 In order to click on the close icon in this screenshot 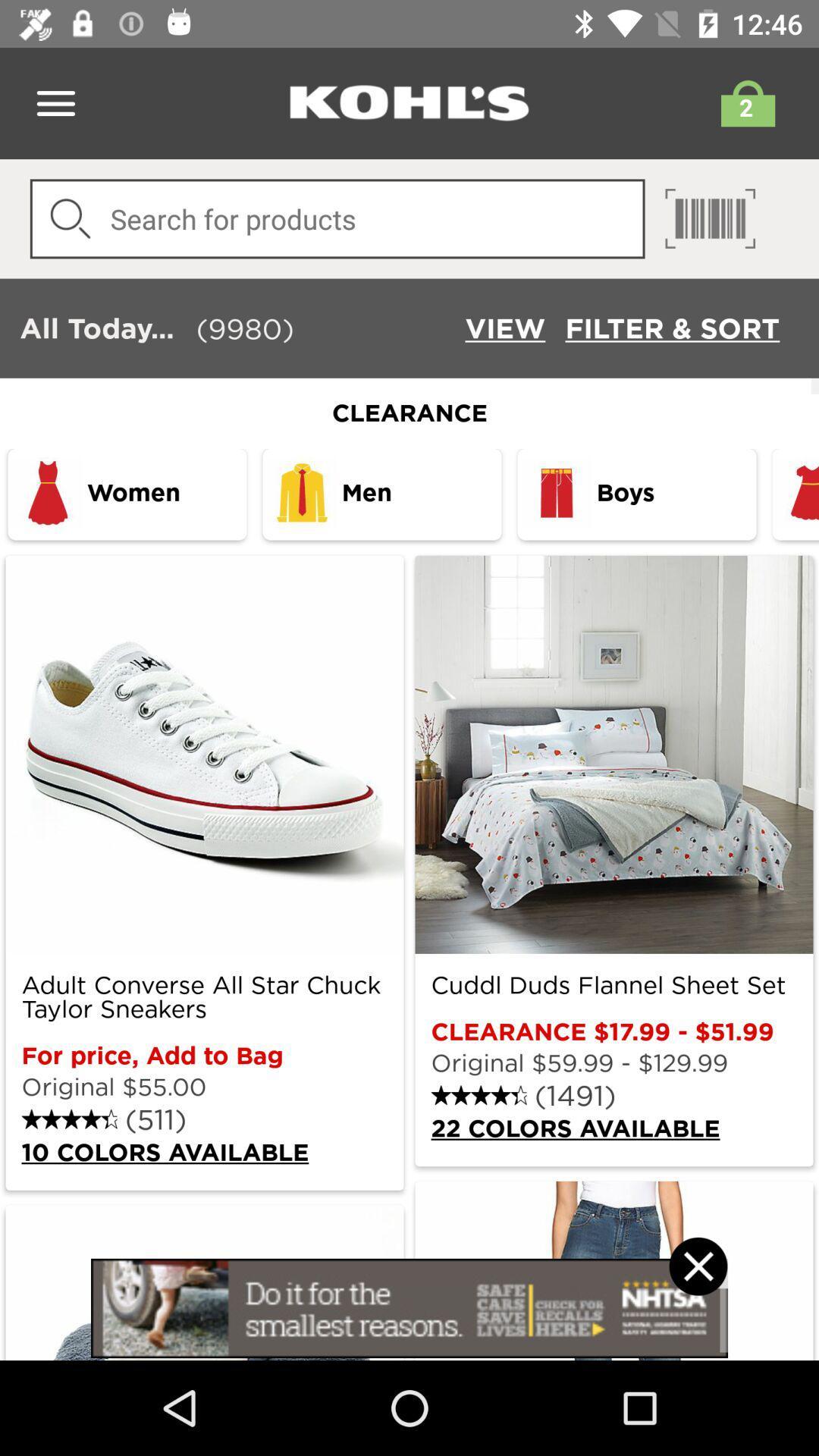, I will do `click(698, 1285)`.